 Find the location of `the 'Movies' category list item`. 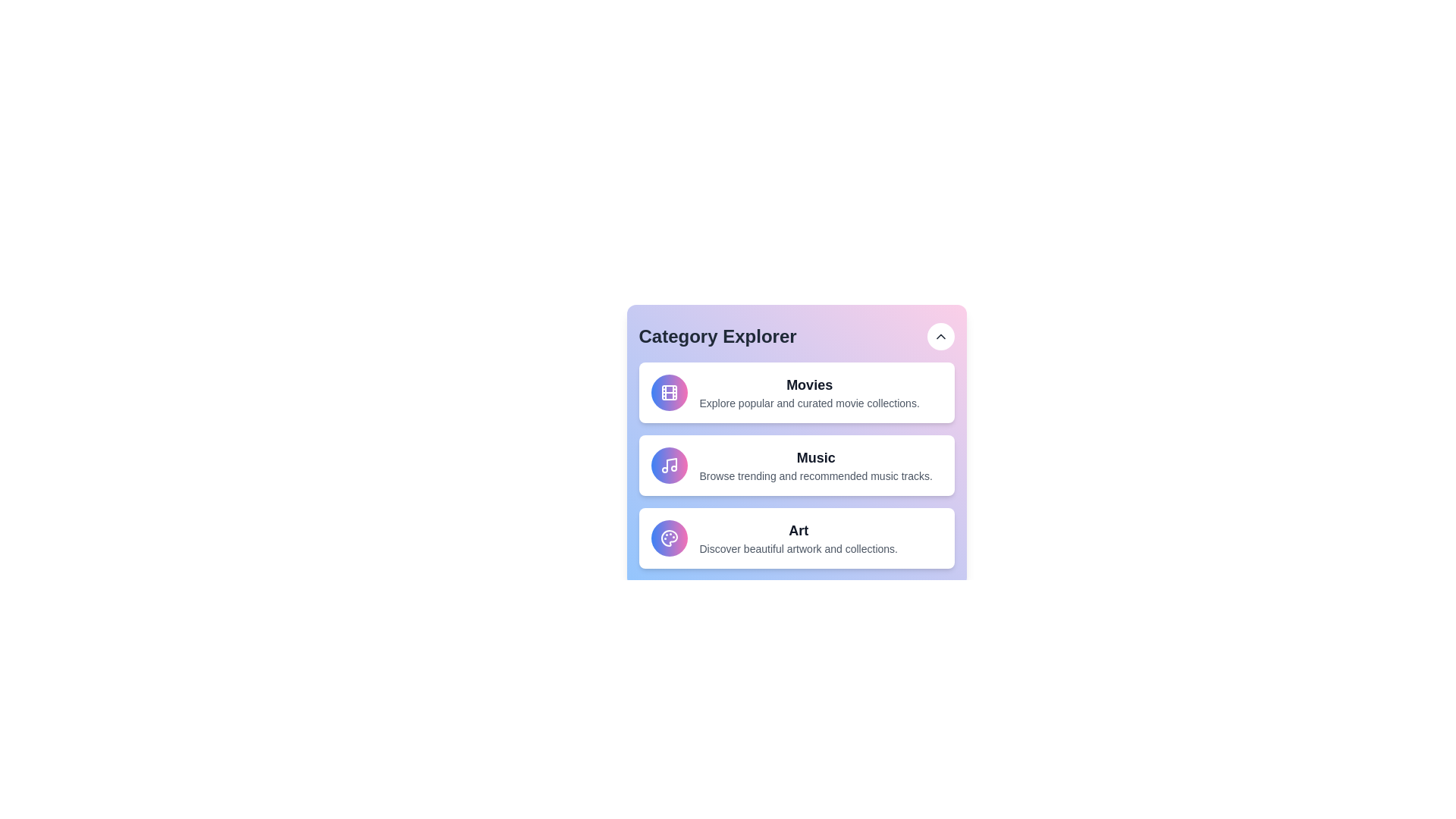

the 'Movies' category list item is located at coordinates (795, 391).